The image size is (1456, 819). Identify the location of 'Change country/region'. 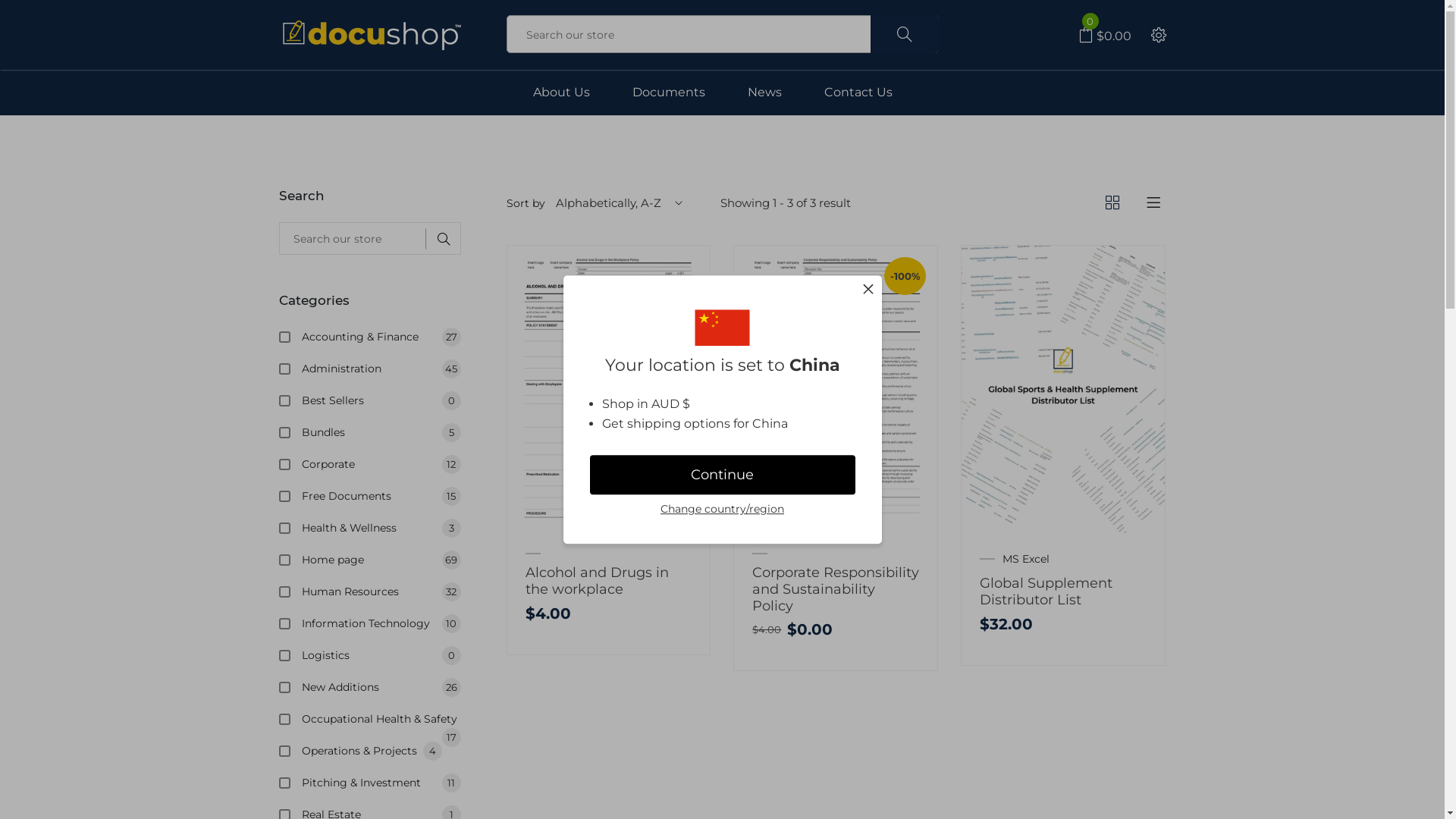
(660, 510).